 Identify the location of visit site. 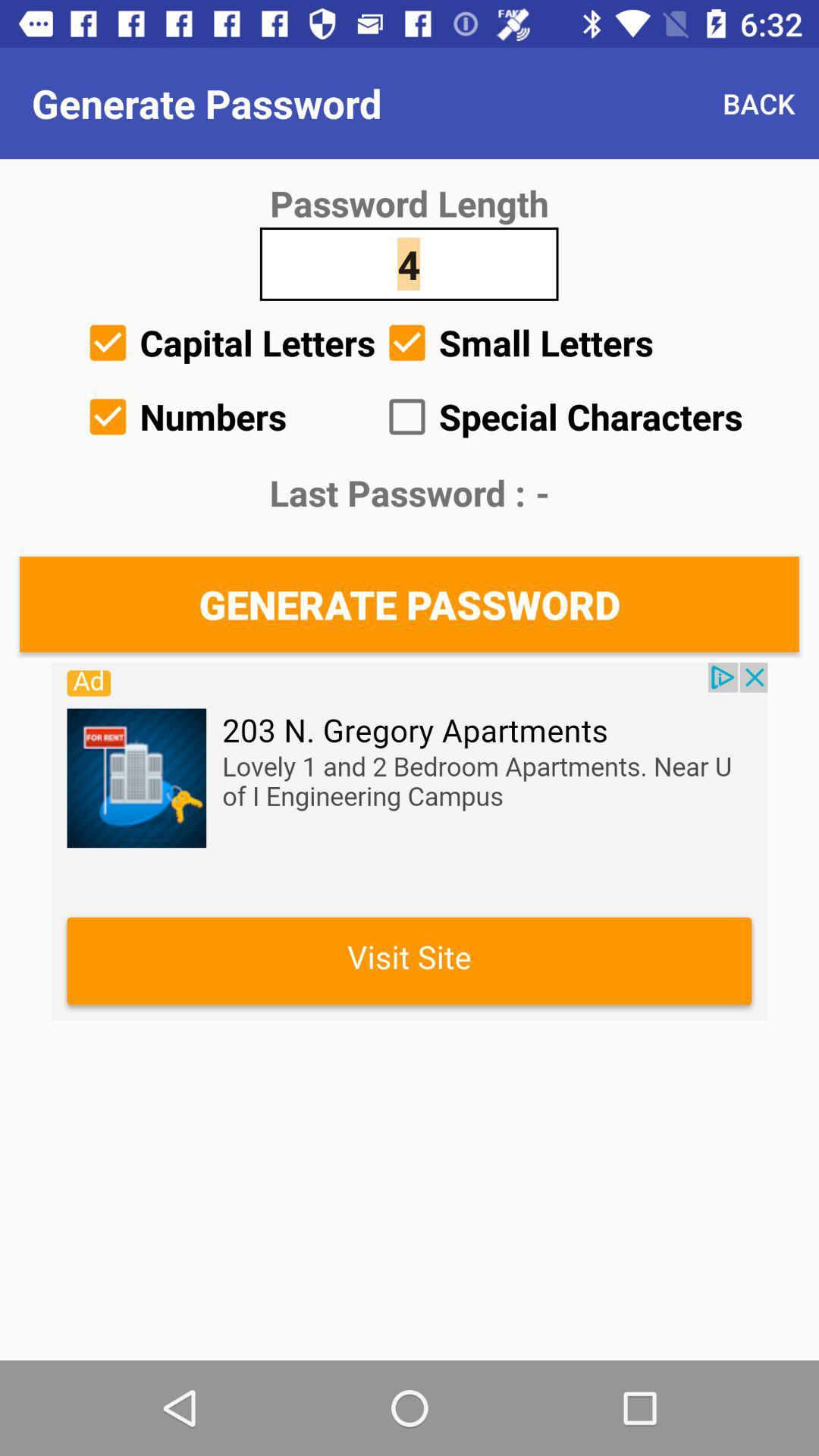
(409, 840).